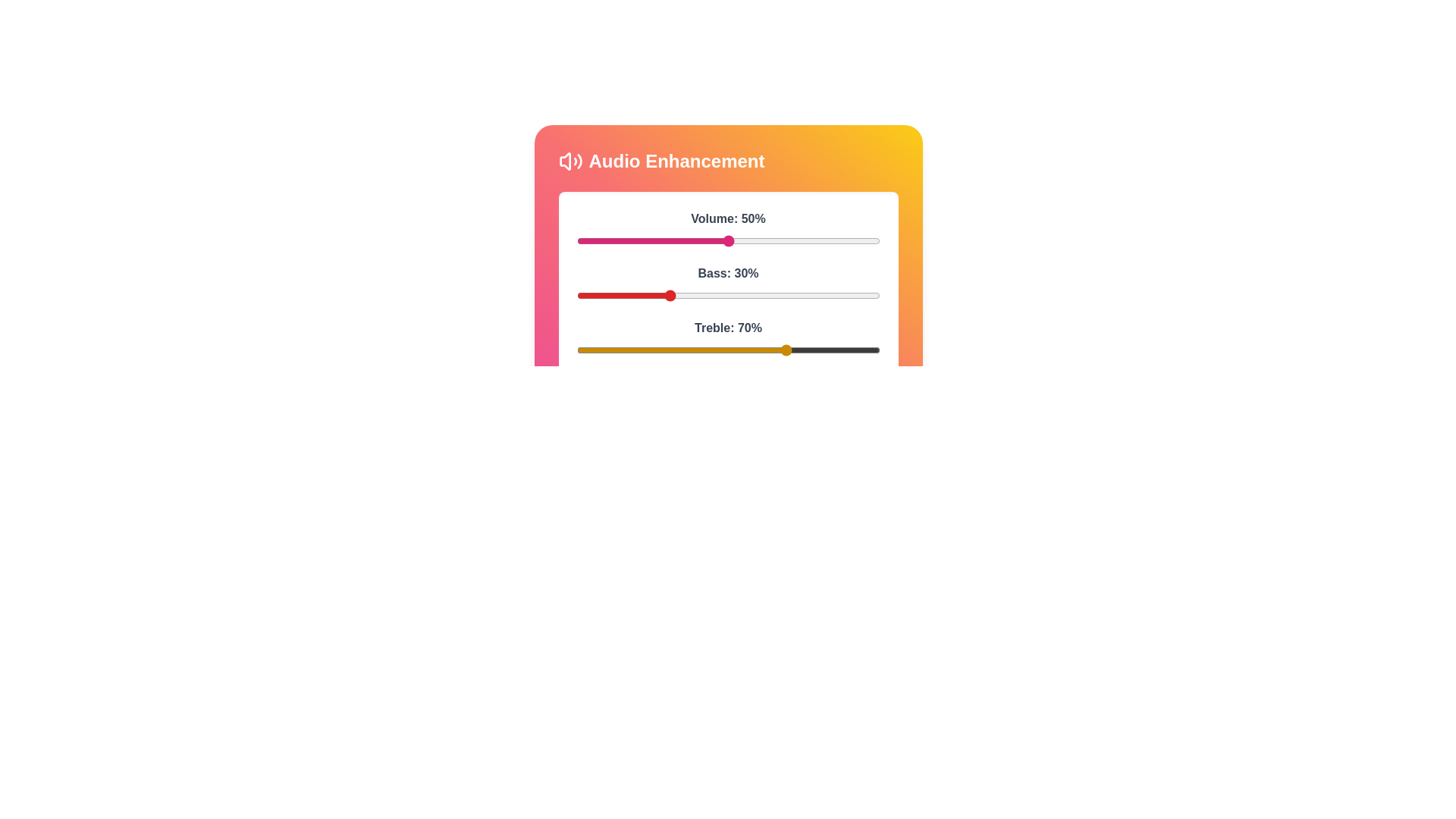 The image size is (1456, 819). I want to click on the volume, so click(734, 240).